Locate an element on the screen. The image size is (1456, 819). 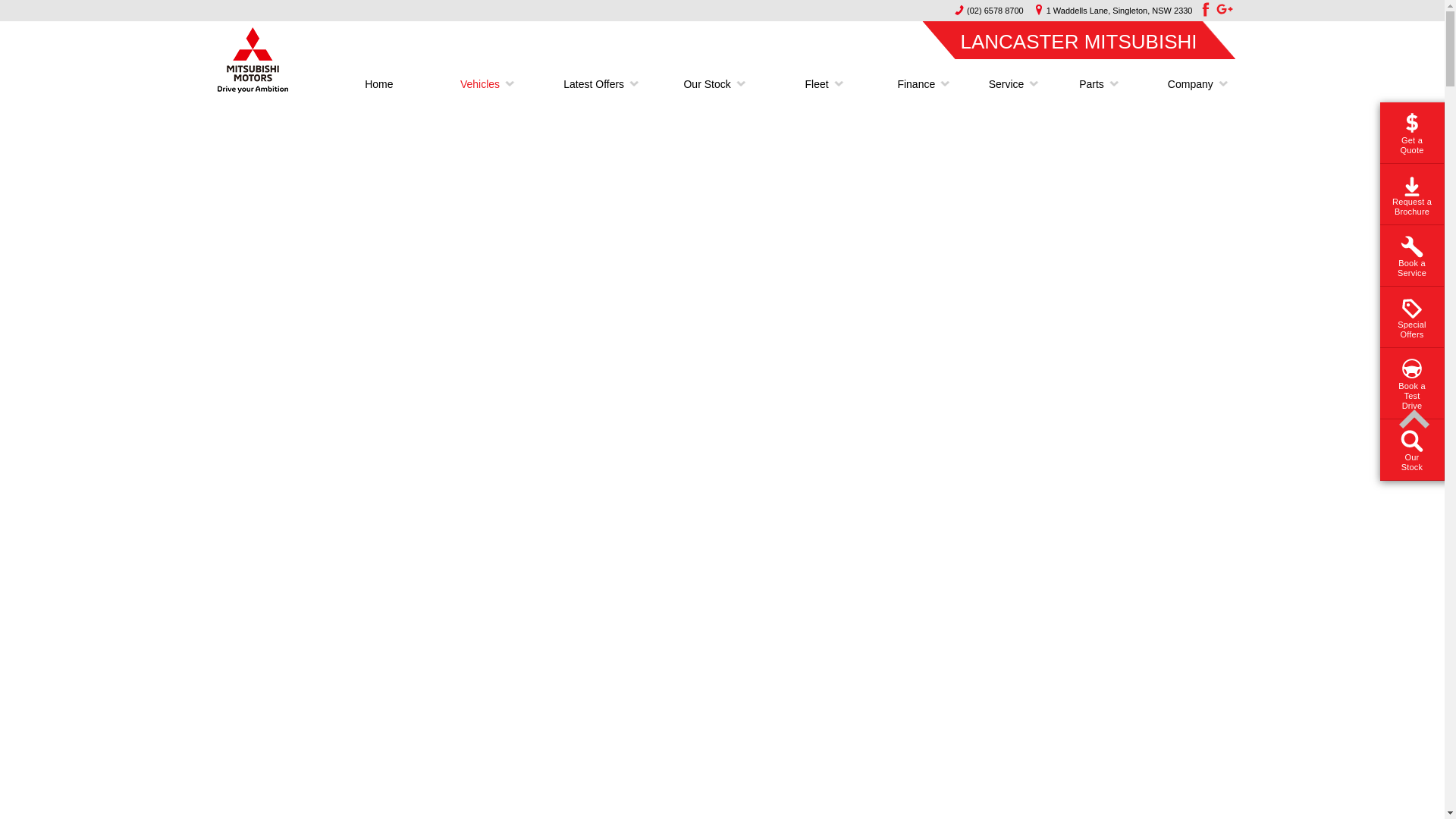
'Company' is located at coordinates (1184, 84).